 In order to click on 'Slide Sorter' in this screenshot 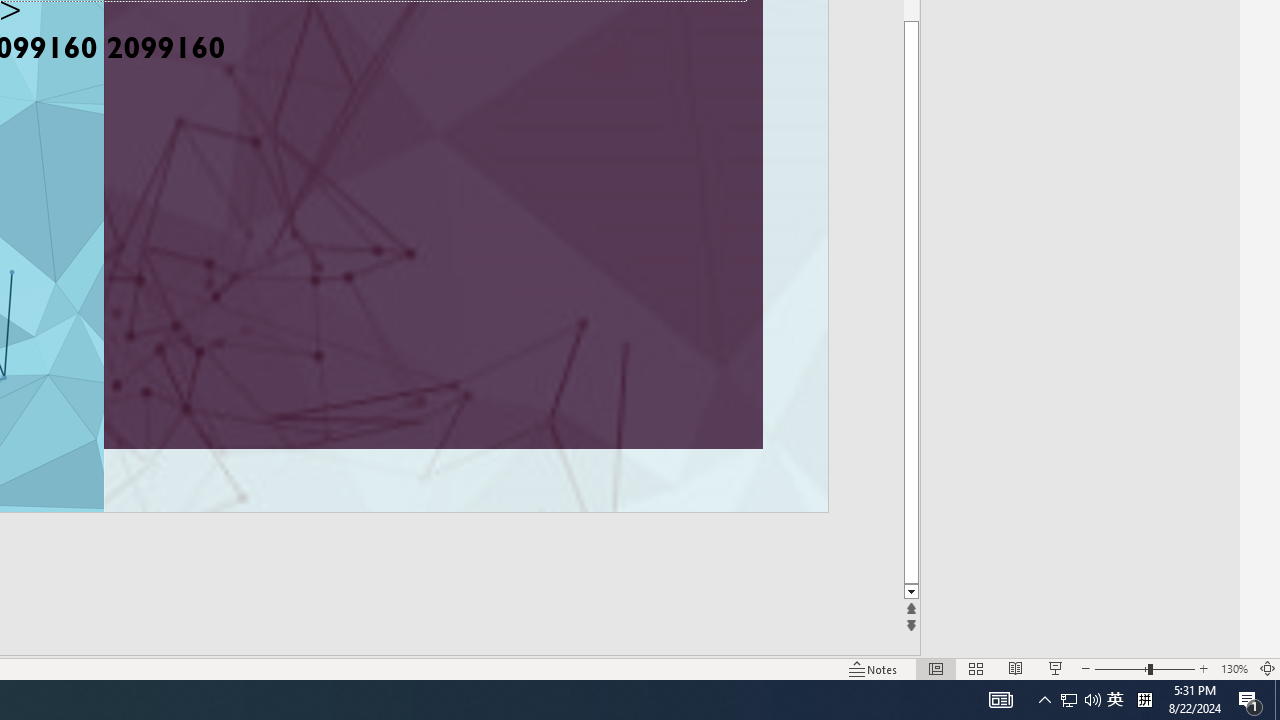, I will do `click(976, 669)`.